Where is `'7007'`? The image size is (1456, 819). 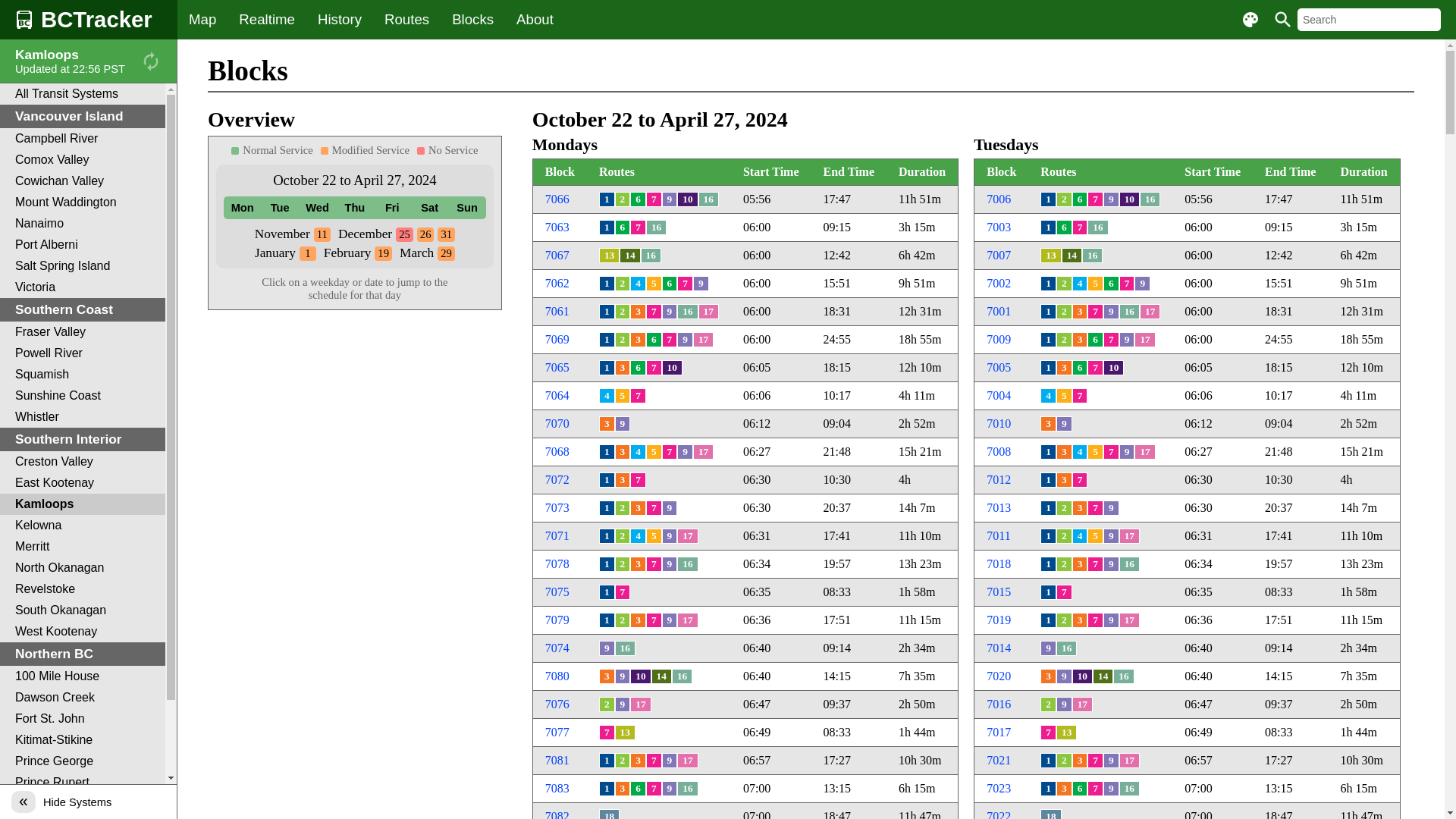 '7007' is located at coordinates (986, 254).